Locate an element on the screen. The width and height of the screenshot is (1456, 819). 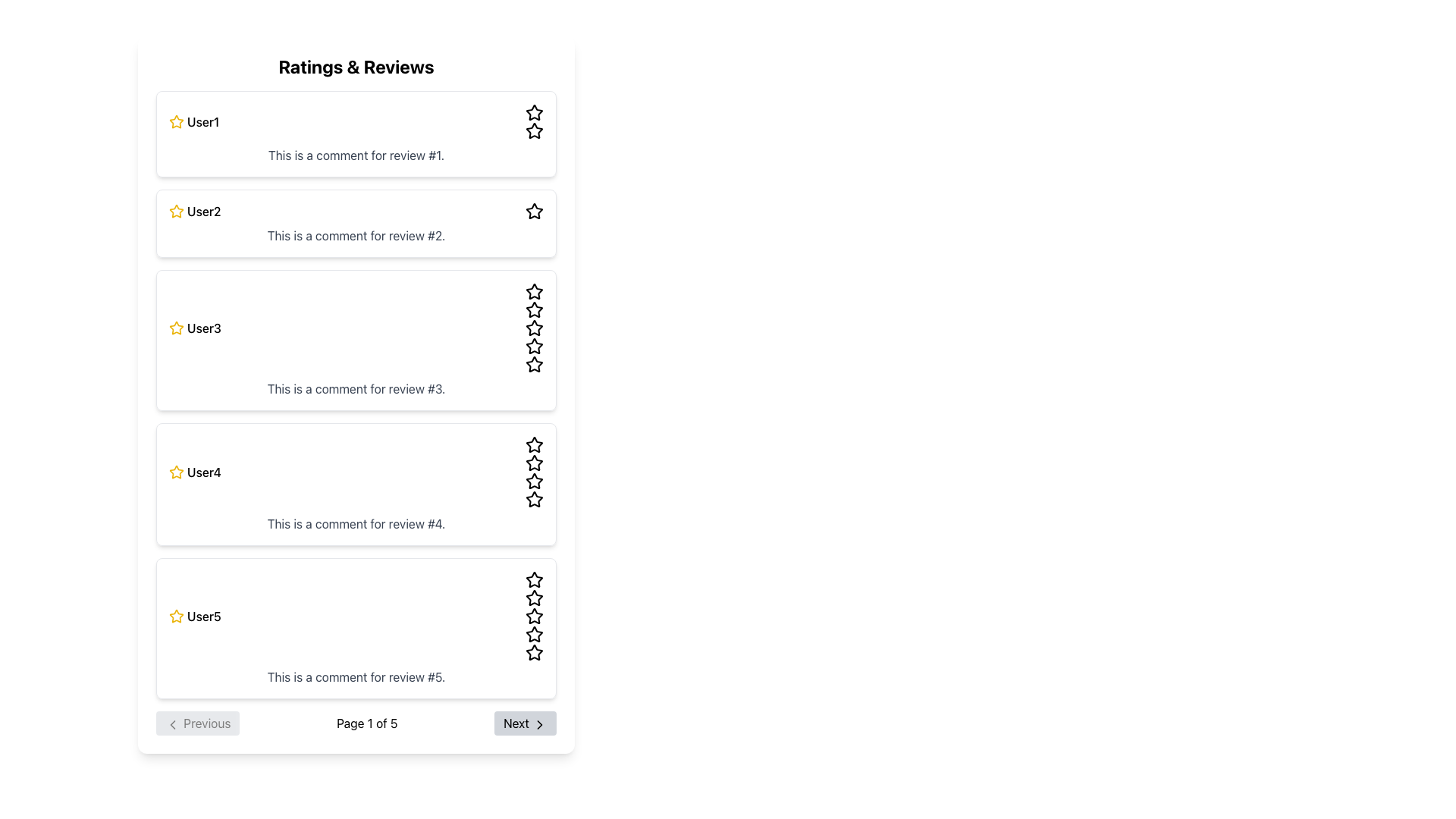
the fifth star icon, which is an outlined star used for rating, located at the bottom of the card associated with User5's comment is located at coordinates (535, 651).